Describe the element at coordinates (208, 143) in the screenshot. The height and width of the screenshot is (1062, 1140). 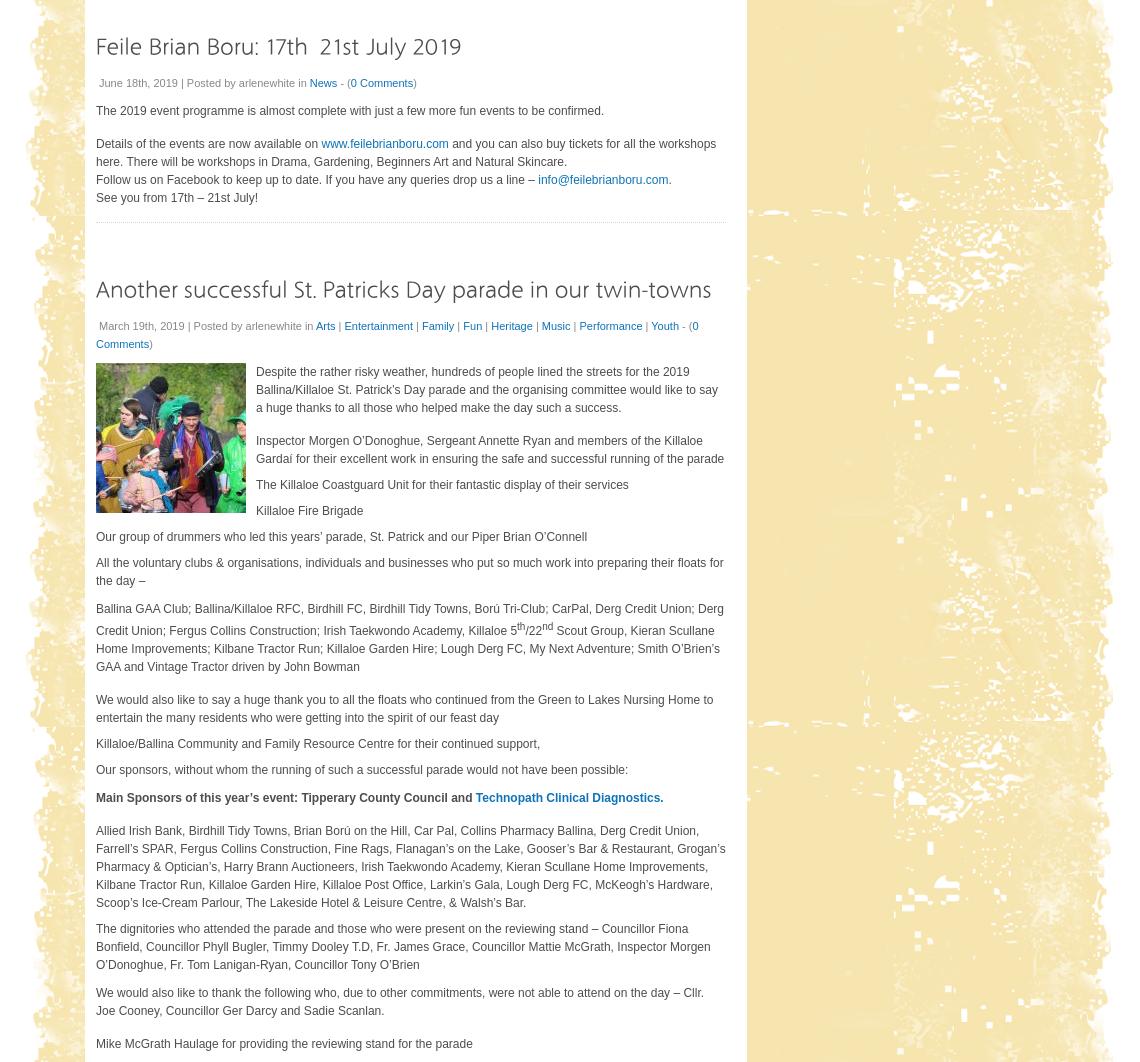
I see `'Details of the events are now available on'` at that location.